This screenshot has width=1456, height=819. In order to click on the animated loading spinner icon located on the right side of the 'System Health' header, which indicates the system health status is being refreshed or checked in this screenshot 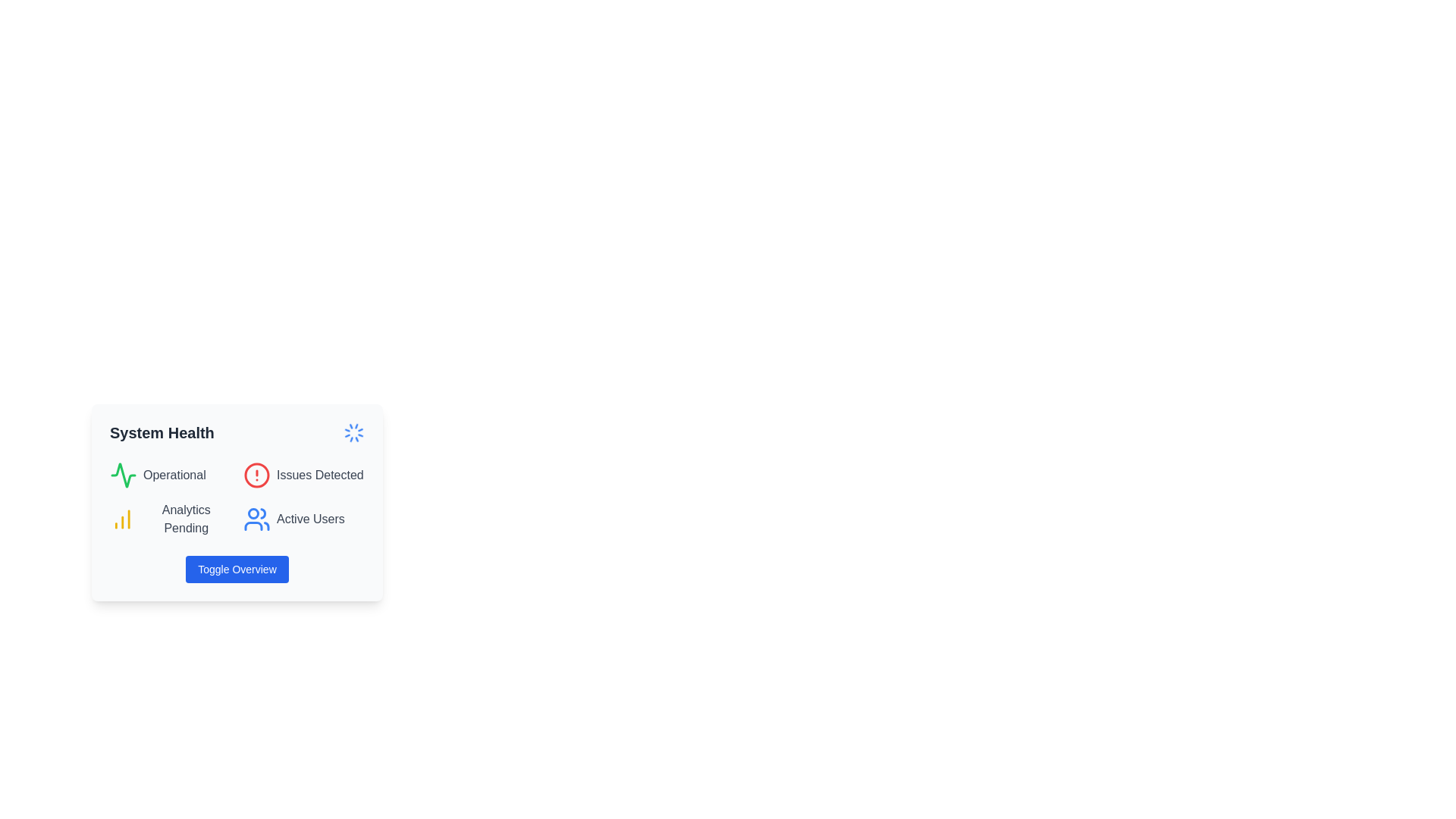, I will do `click(353, 432)`.